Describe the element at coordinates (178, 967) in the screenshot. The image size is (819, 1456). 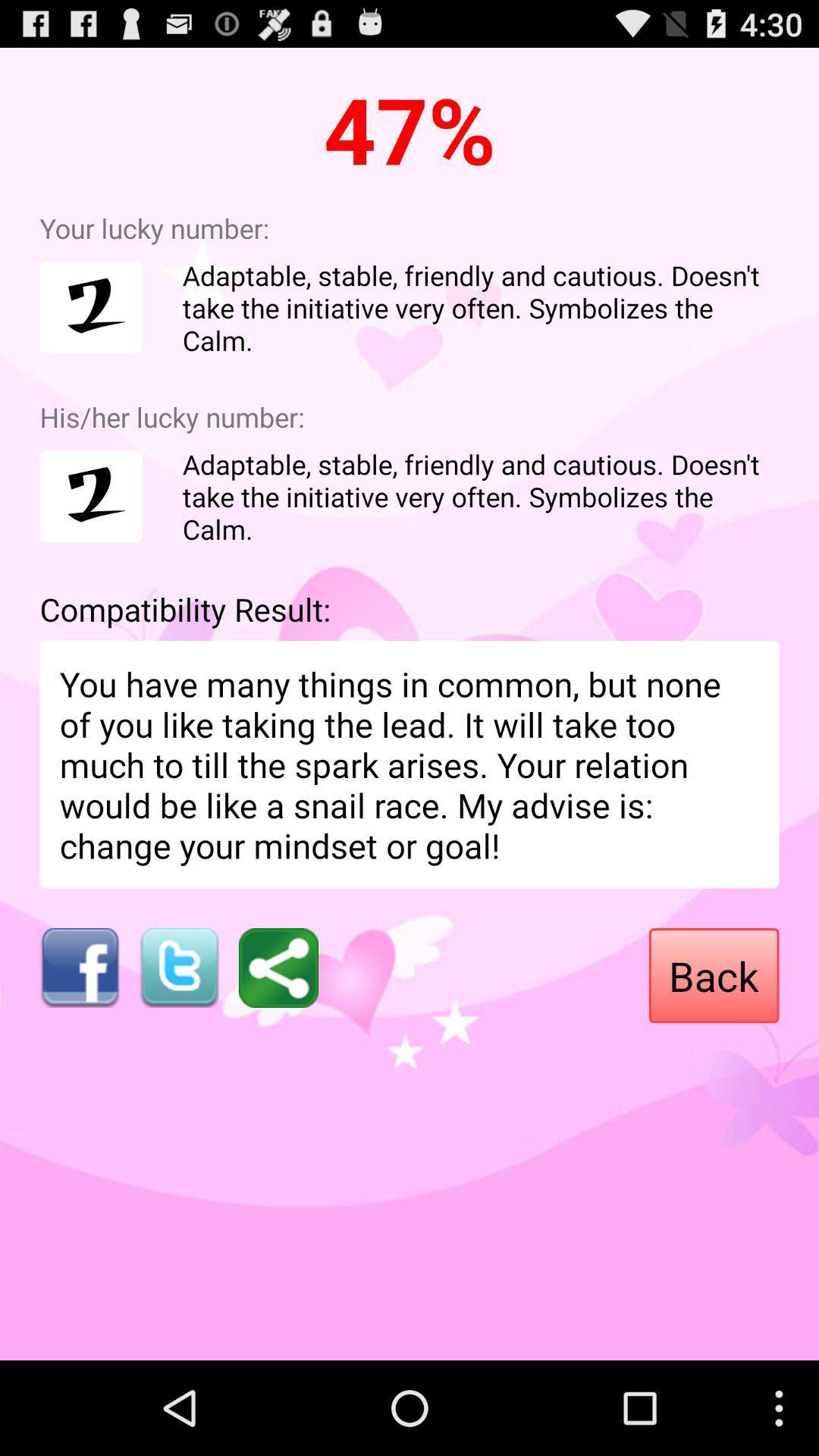
I see `twitter page` at that location.